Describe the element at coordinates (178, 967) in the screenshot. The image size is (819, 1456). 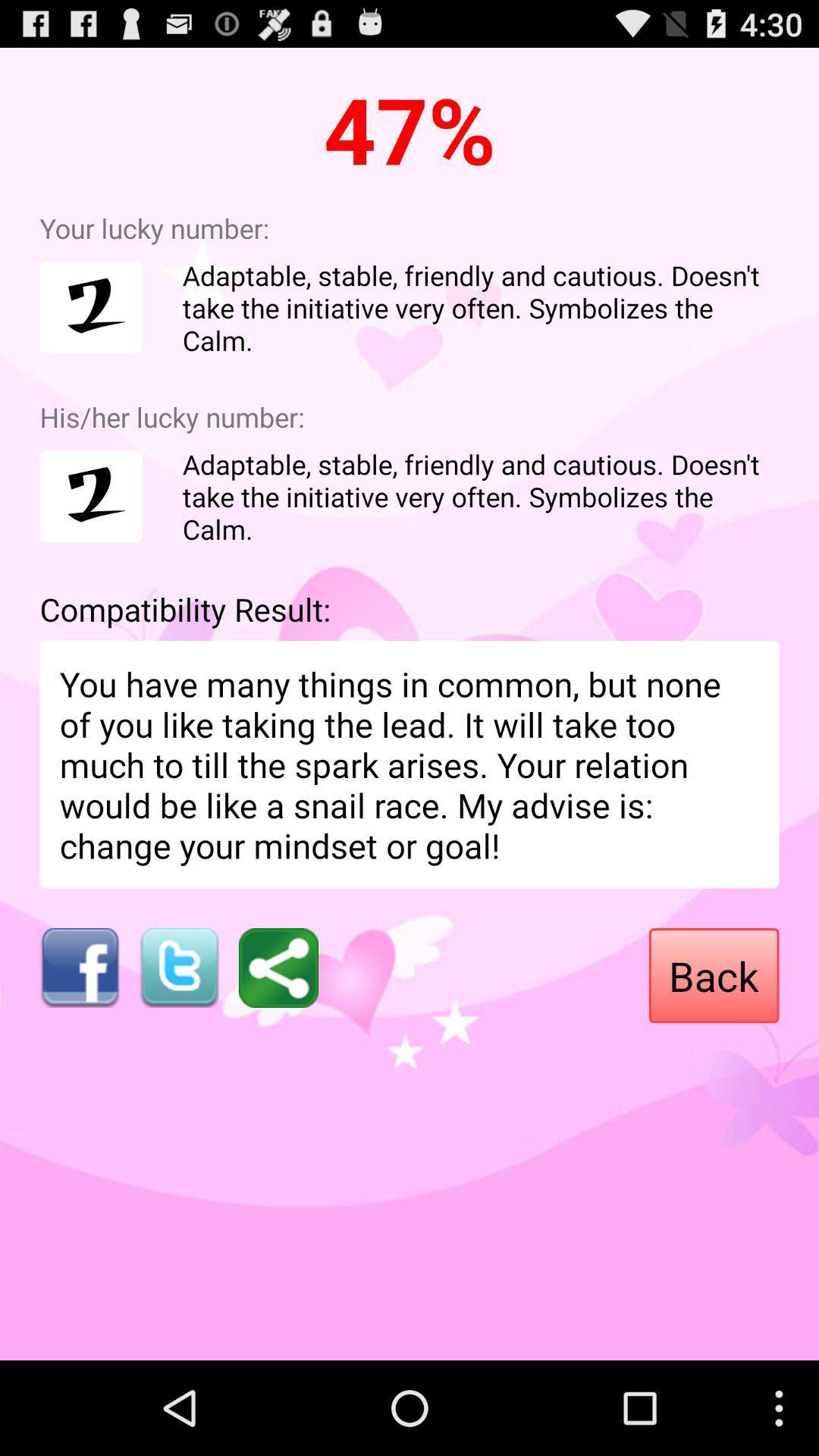
I see `twitter page` at that location.